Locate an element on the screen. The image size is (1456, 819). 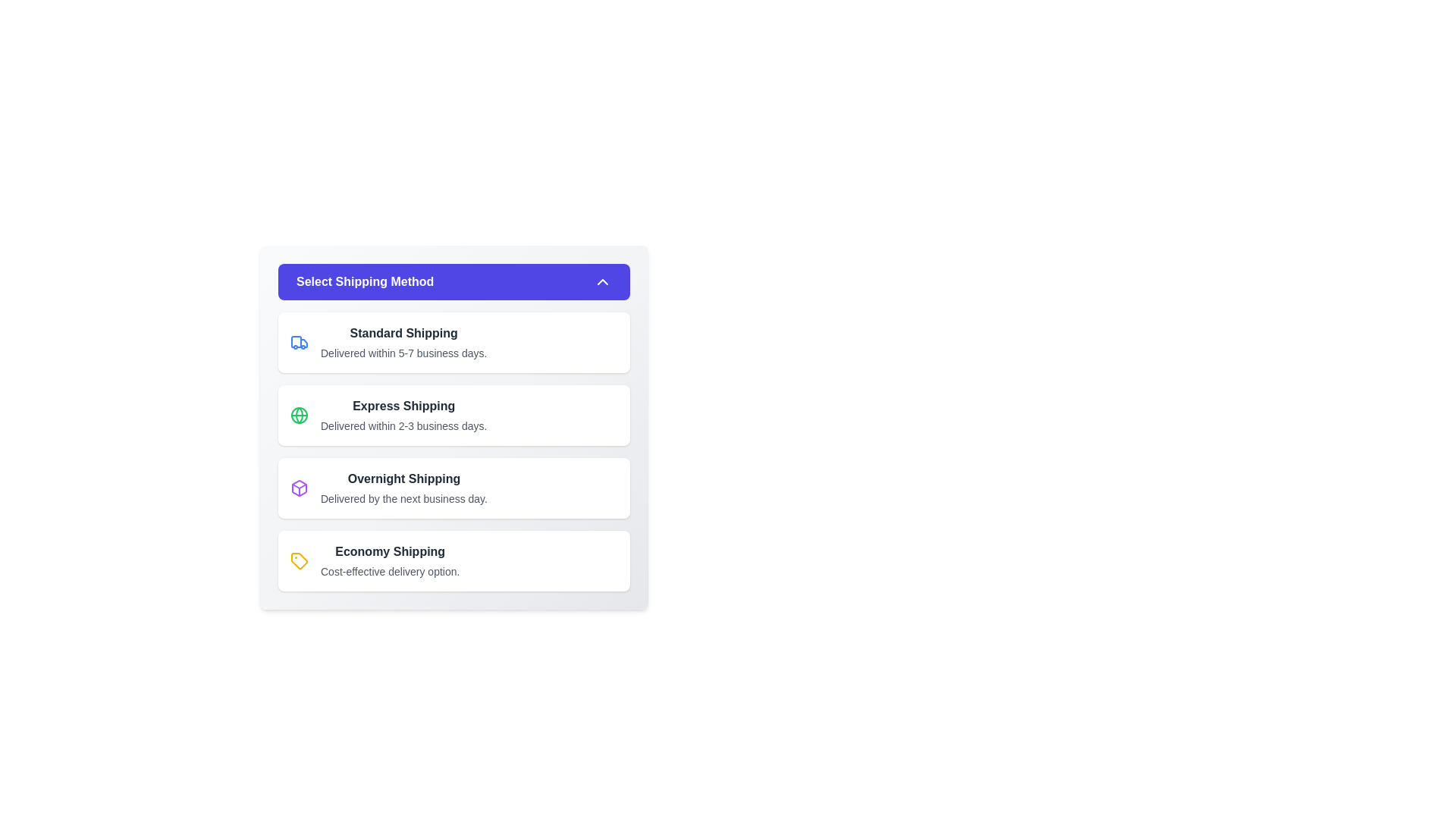
the first selectable shipping method option below the 'Select Shipping Method' header to activate the hover animation is located at coordinates (453, 342).